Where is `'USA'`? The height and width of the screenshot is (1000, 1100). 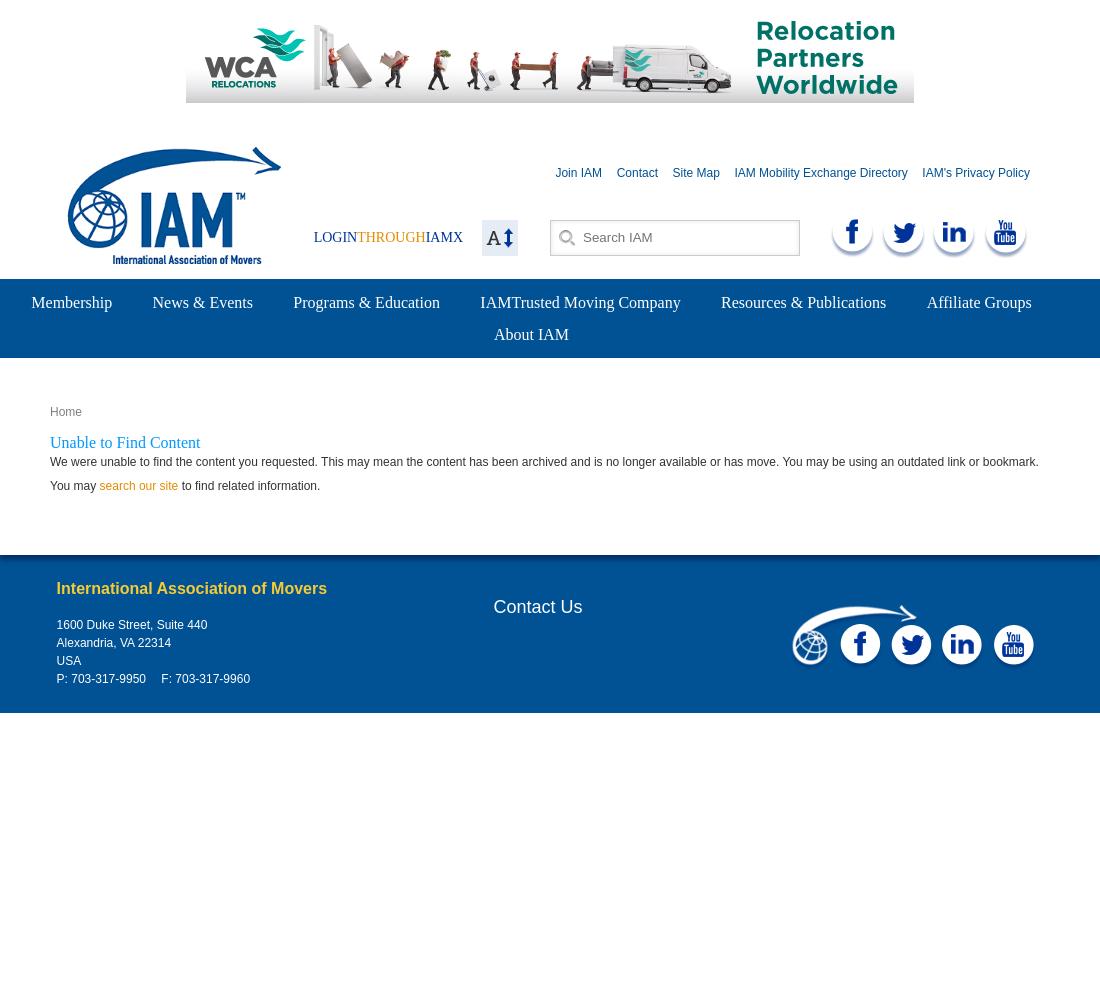 'USA' is located at coordinates (67, 661).